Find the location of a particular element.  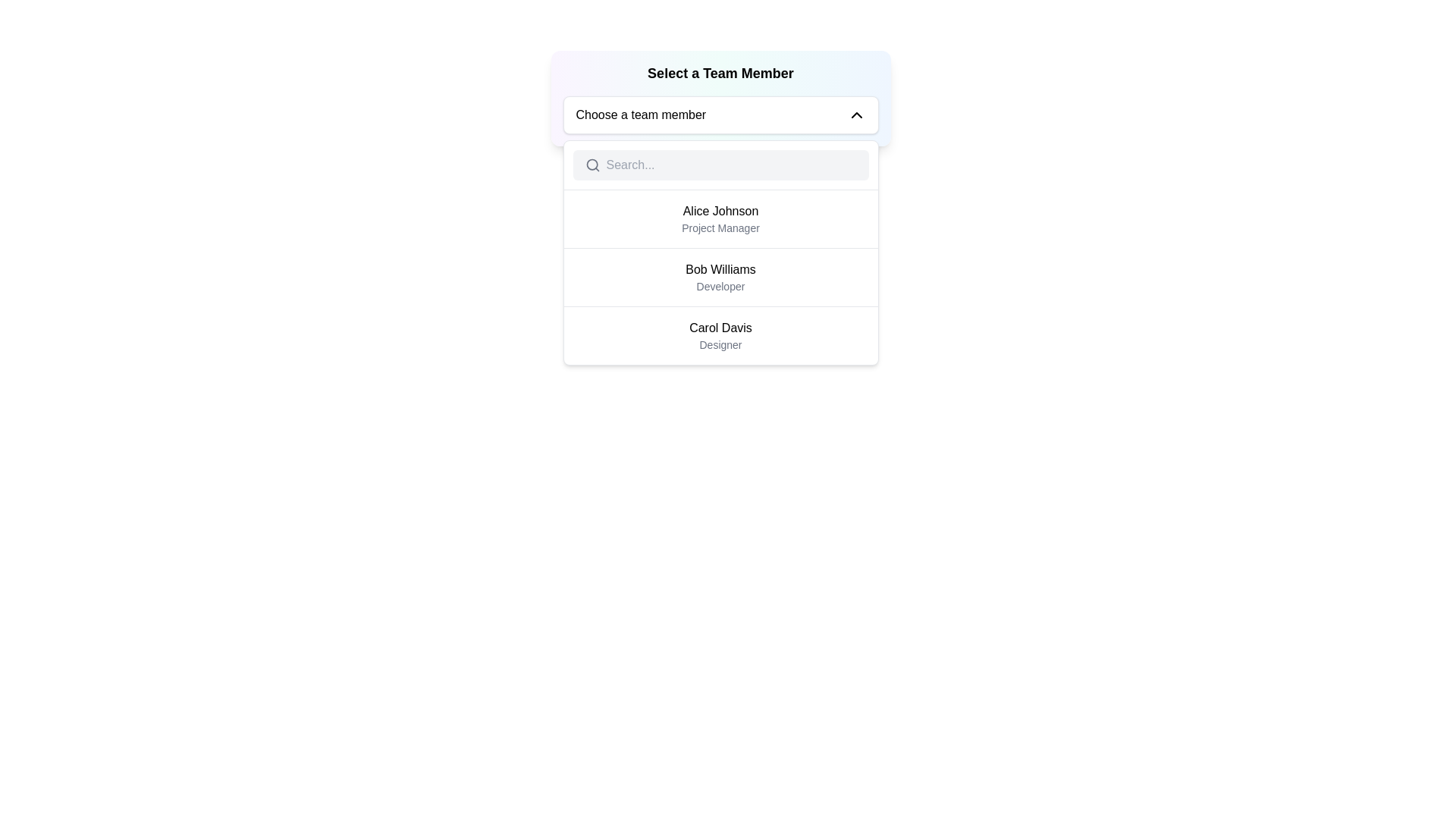

the circular shape representing the lens of the magnifying glass within the search icon, located in the placeholder area of the search input field titled 'Select a Team Member' is located at coordinates (591, 165).